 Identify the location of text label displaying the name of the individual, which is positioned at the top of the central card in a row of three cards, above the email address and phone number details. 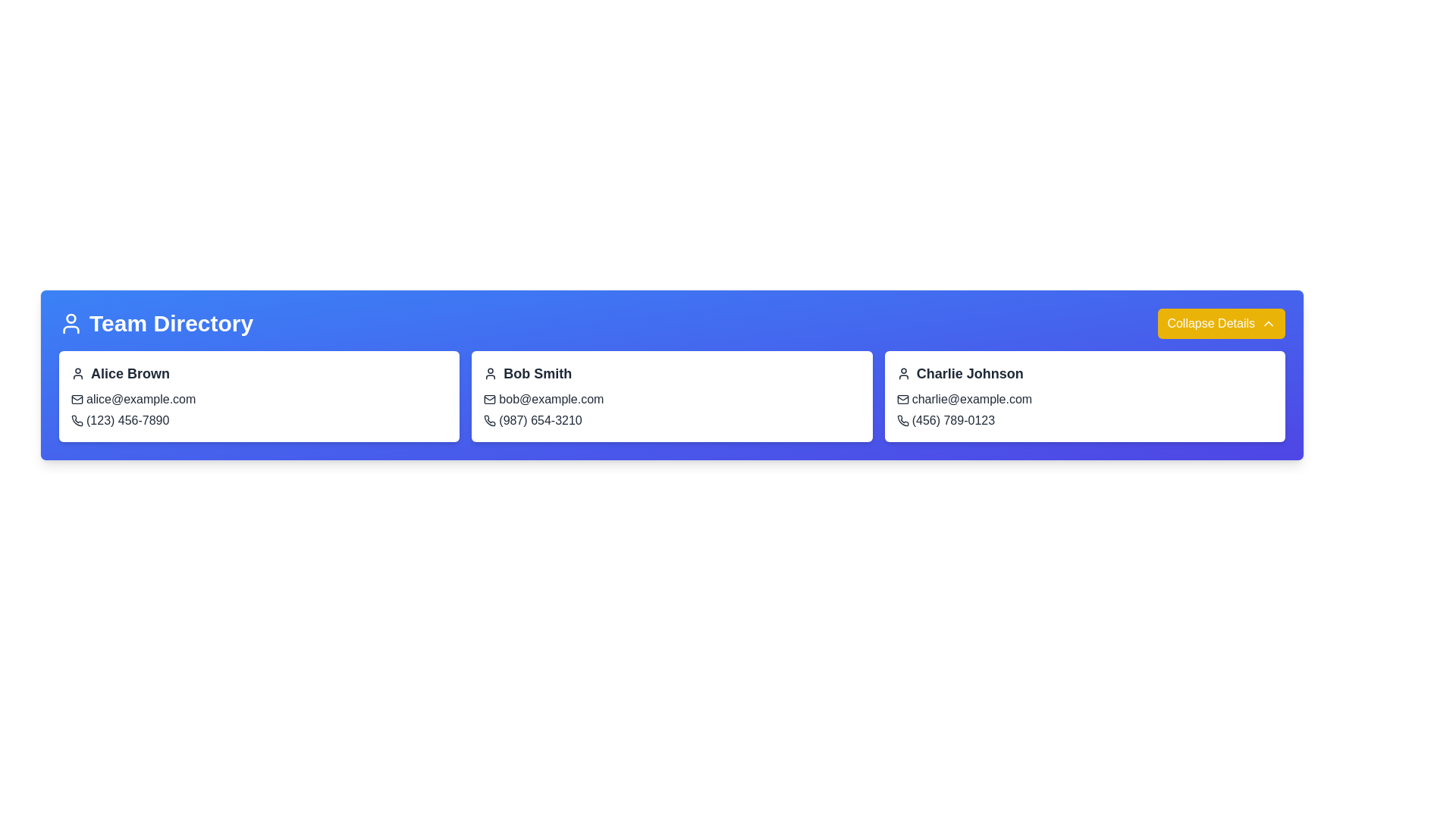
(528, 374).